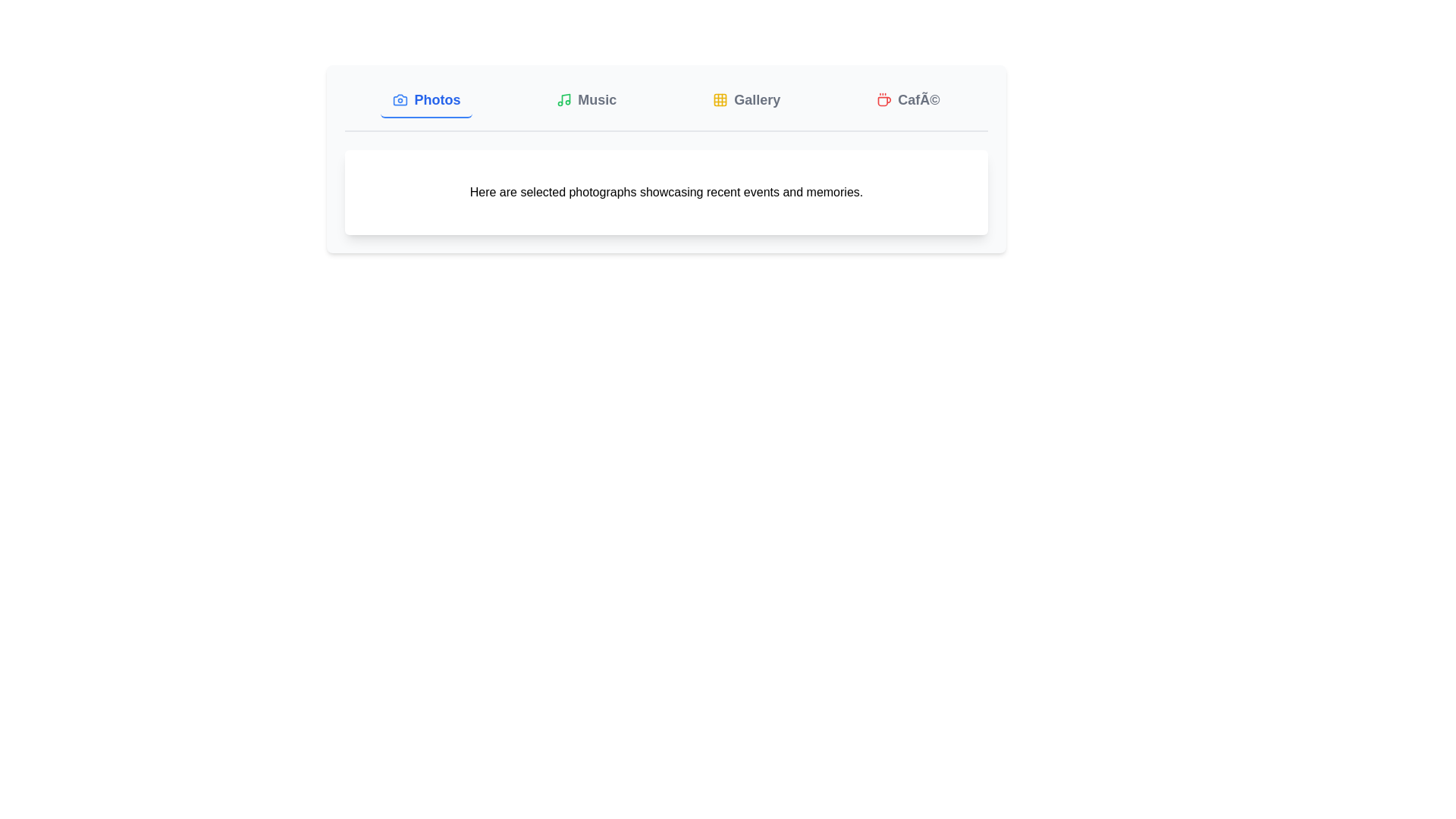  What do you see at coordinates (666, 192) in the screenshot?
I see `the informational Text Block located below the navigation bar containing the tabs labeled 'Photos,' 'Music,' 'Gallery,' and 'Café.'` at bounding box center [666, 192].